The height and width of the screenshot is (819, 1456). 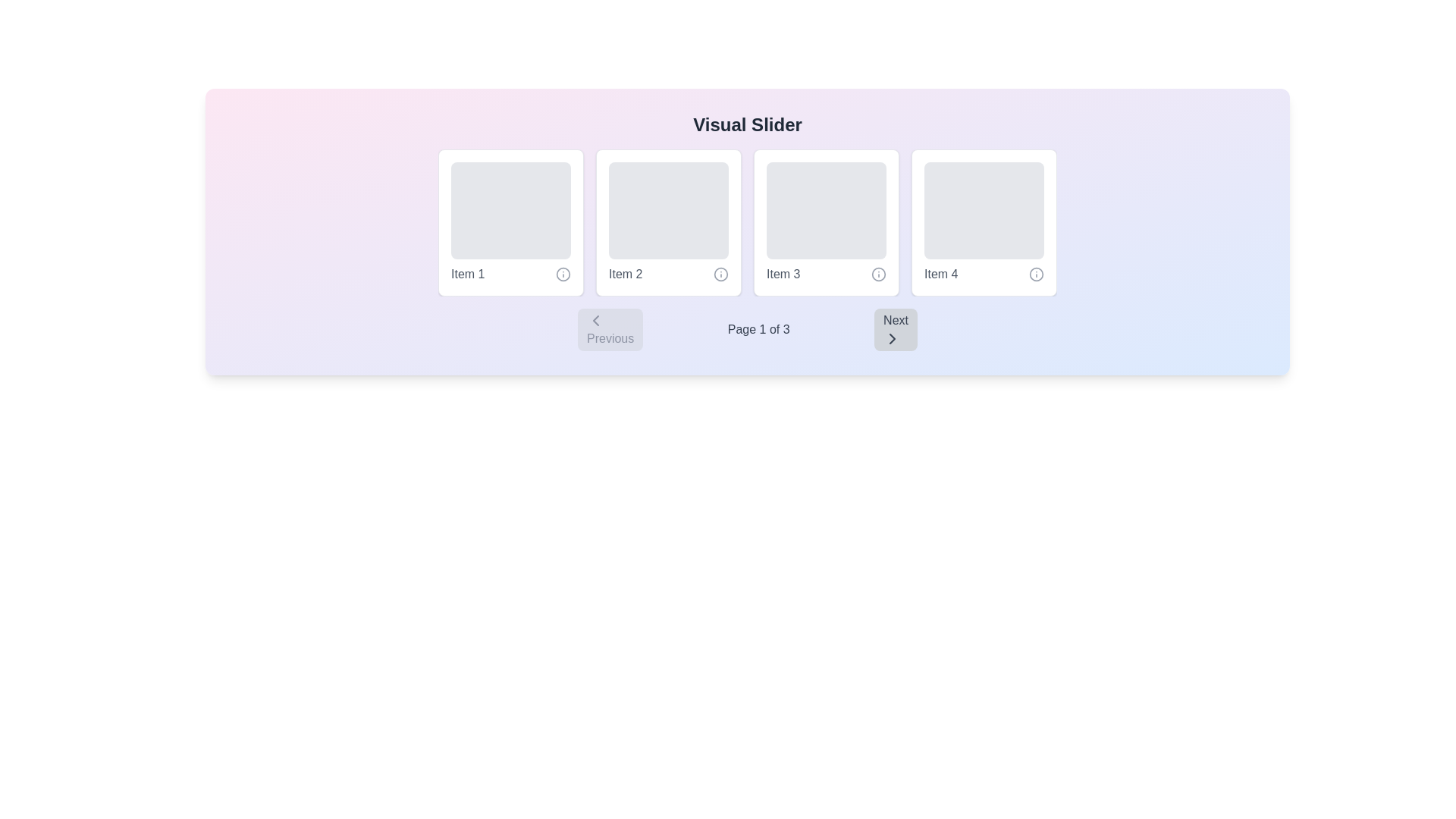 I want to click on the circular information icon located to the right of the 'Item 2' label within the second card under the 'Visual Slider' heading, so click(x=720, y=275).